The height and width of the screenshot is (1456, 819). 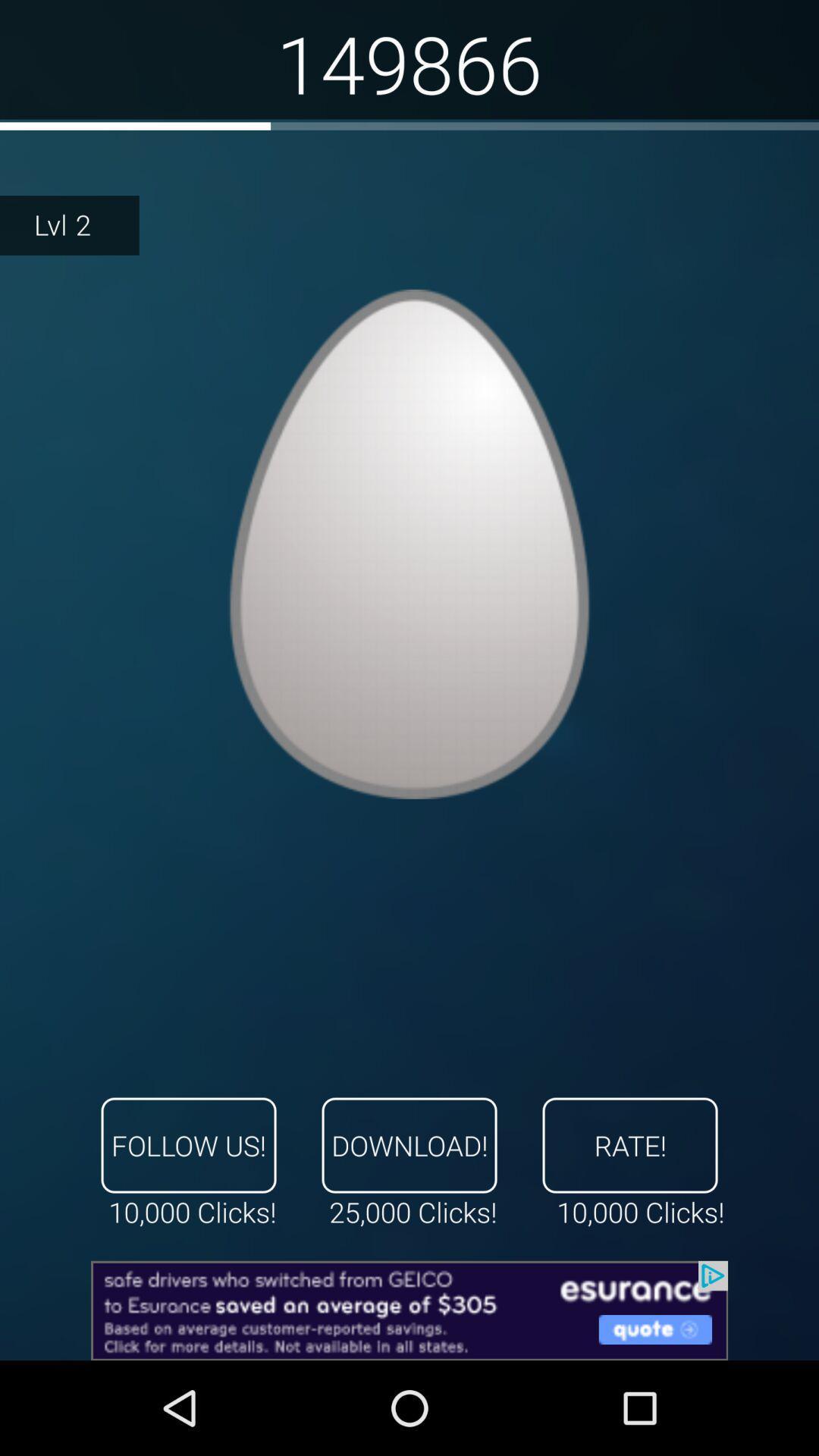 I want to click on open advertisement, so click(x=409, y=1310).